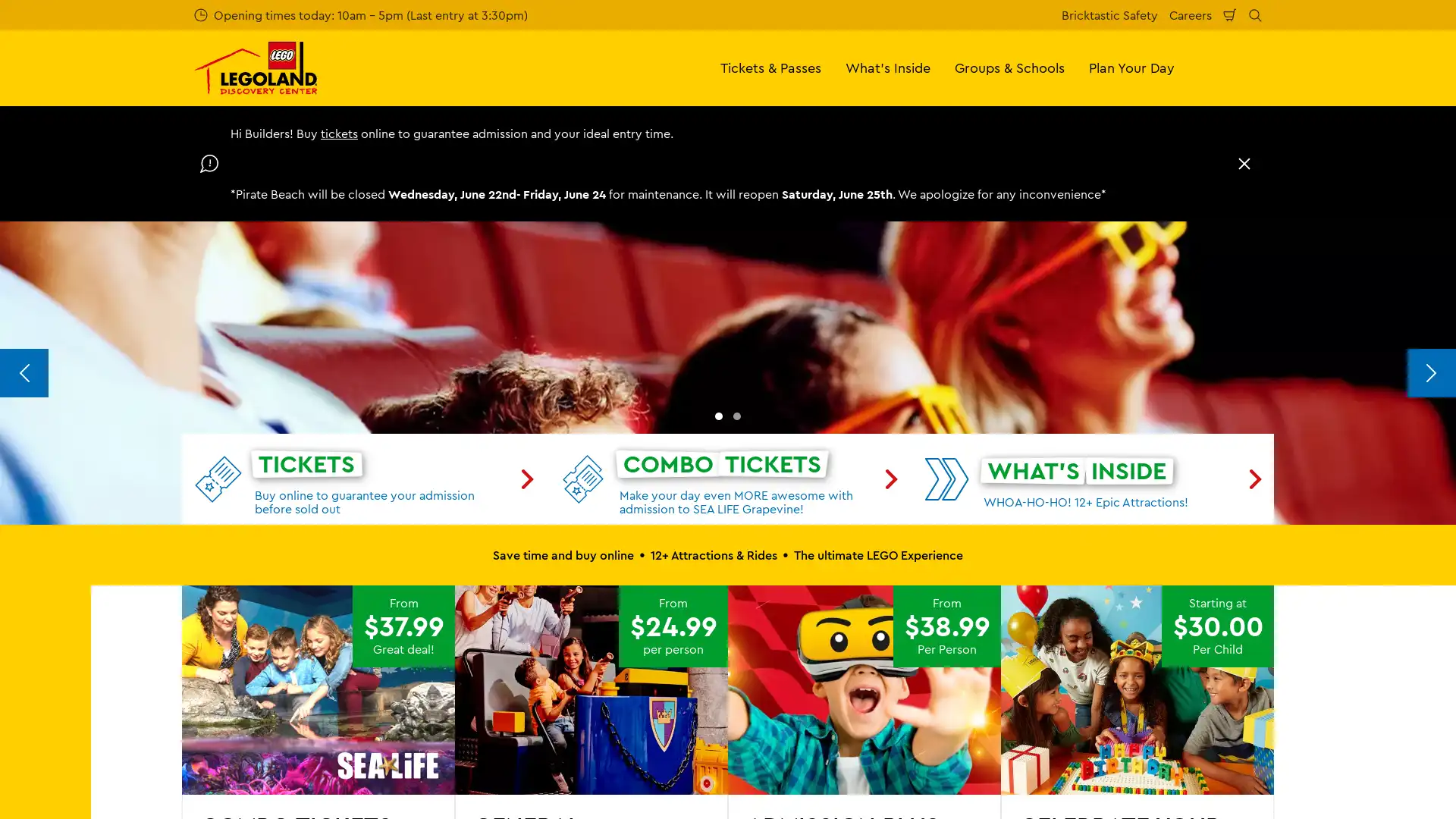 Image resolution: width=1456 pixels, height=819 pixels. What do you see at coordinates (1230, 14) in the screenshot?
I see `Shopping Cart` at bounding box center [1230, 14].